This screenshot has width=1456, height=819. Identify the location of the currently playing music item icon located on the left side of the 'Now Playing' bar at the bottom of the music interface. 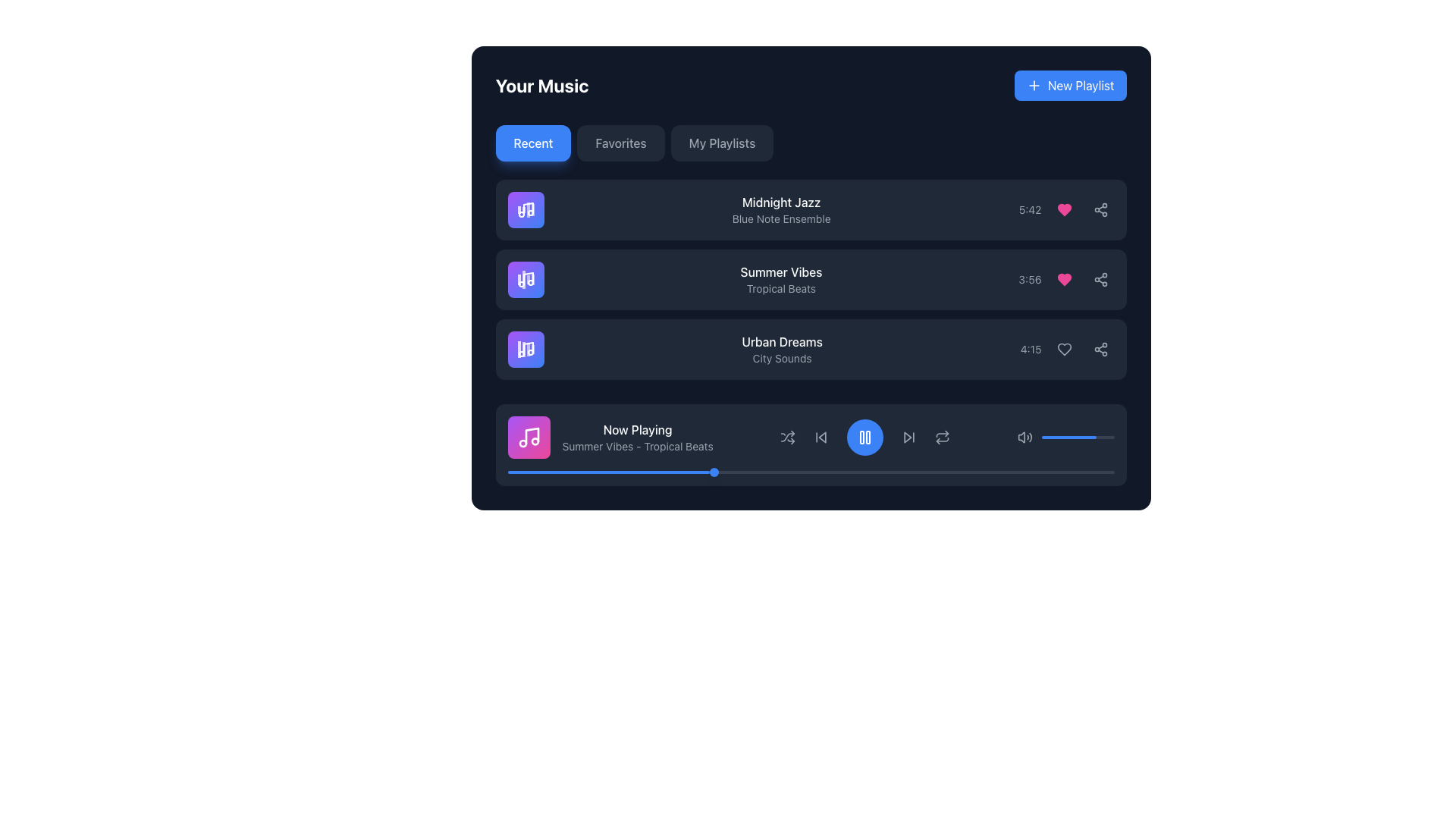
(529, 438).